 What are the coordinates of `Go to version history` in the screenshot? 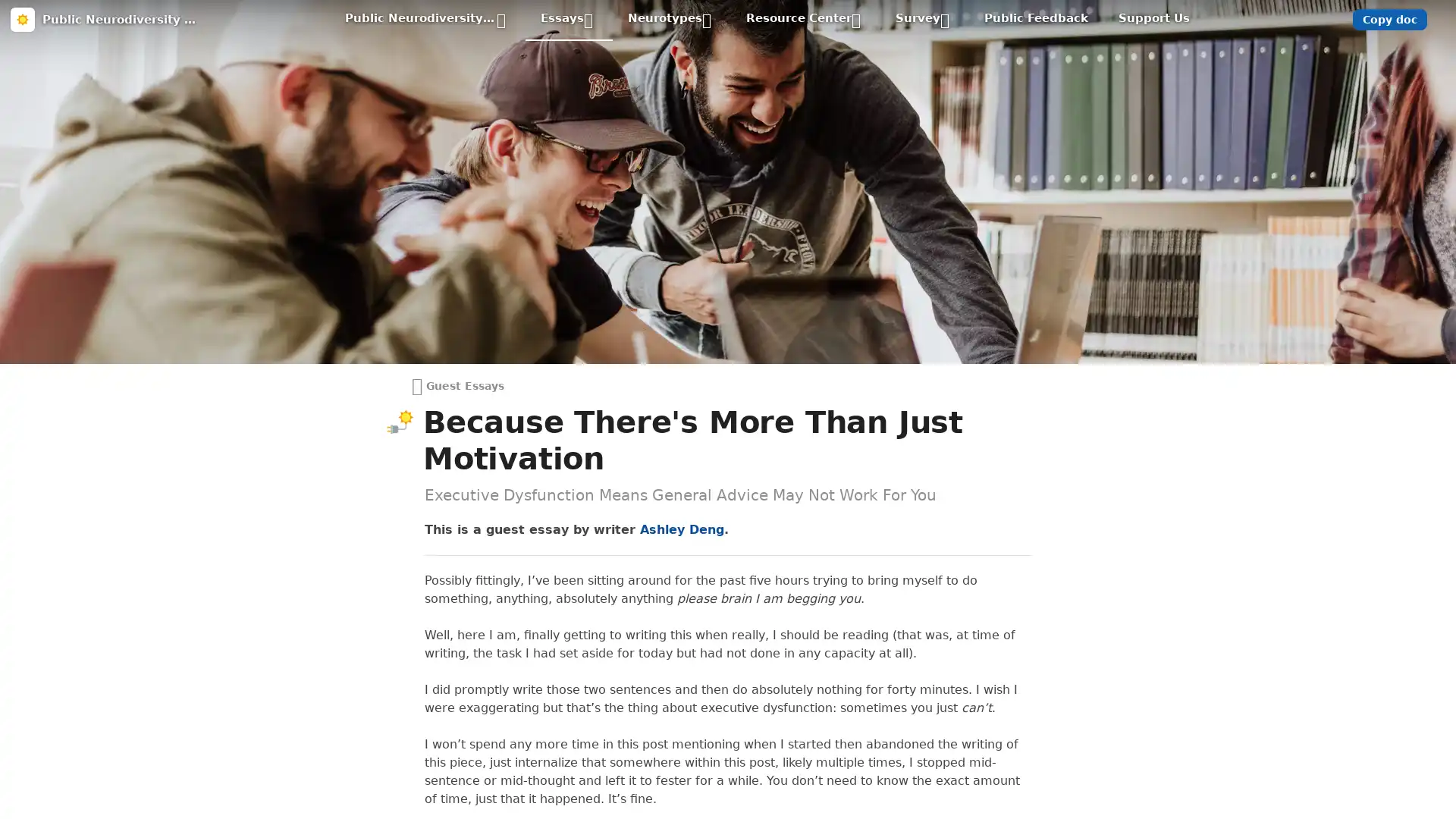 It's located at (644, 189).